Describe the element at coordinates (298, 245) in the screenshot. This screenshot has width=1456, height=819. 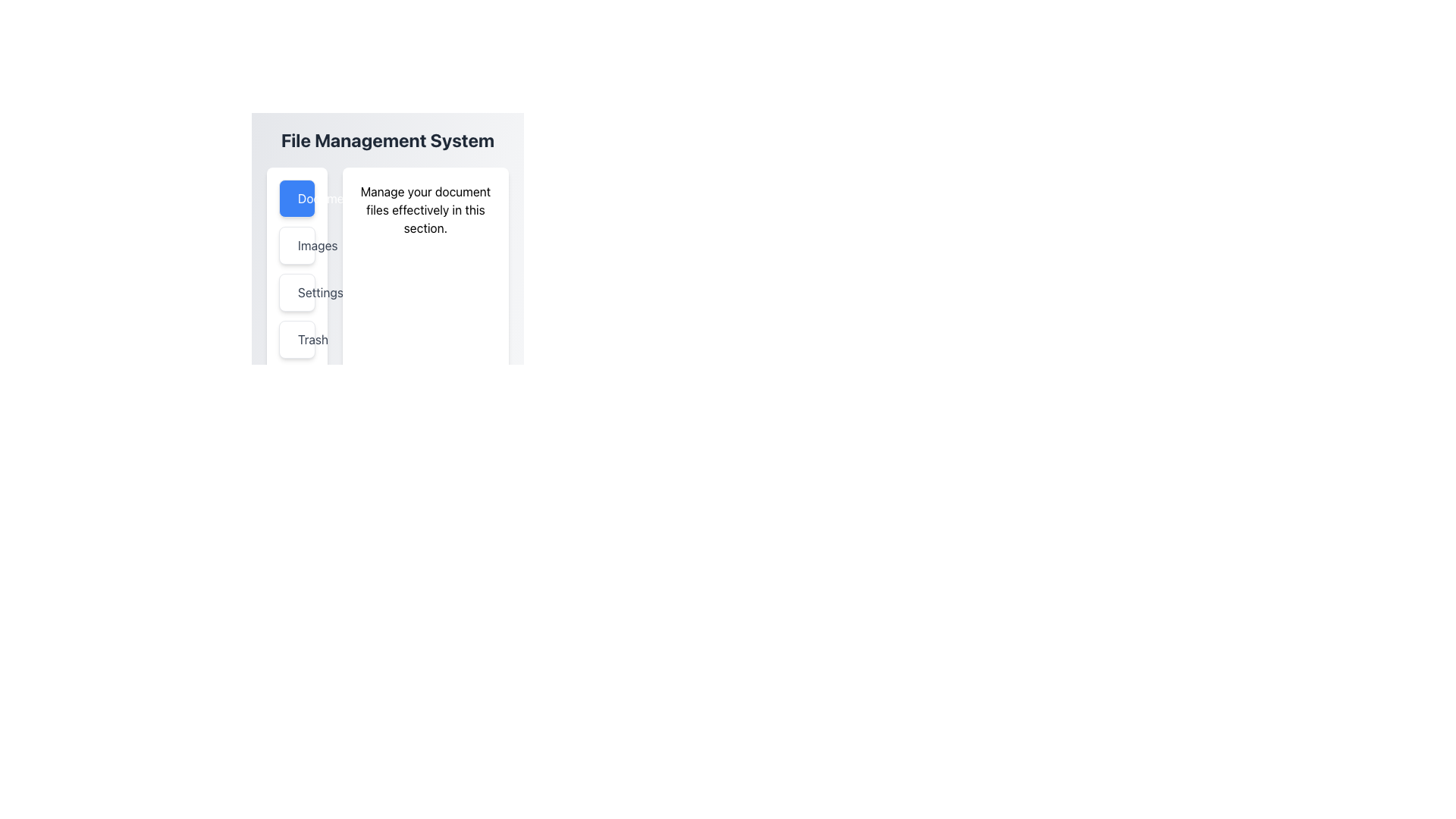
I see `the decorative border of the image icon in the vertical menu, located below the 'Documents' button and above the 'Settings' button` at that location.